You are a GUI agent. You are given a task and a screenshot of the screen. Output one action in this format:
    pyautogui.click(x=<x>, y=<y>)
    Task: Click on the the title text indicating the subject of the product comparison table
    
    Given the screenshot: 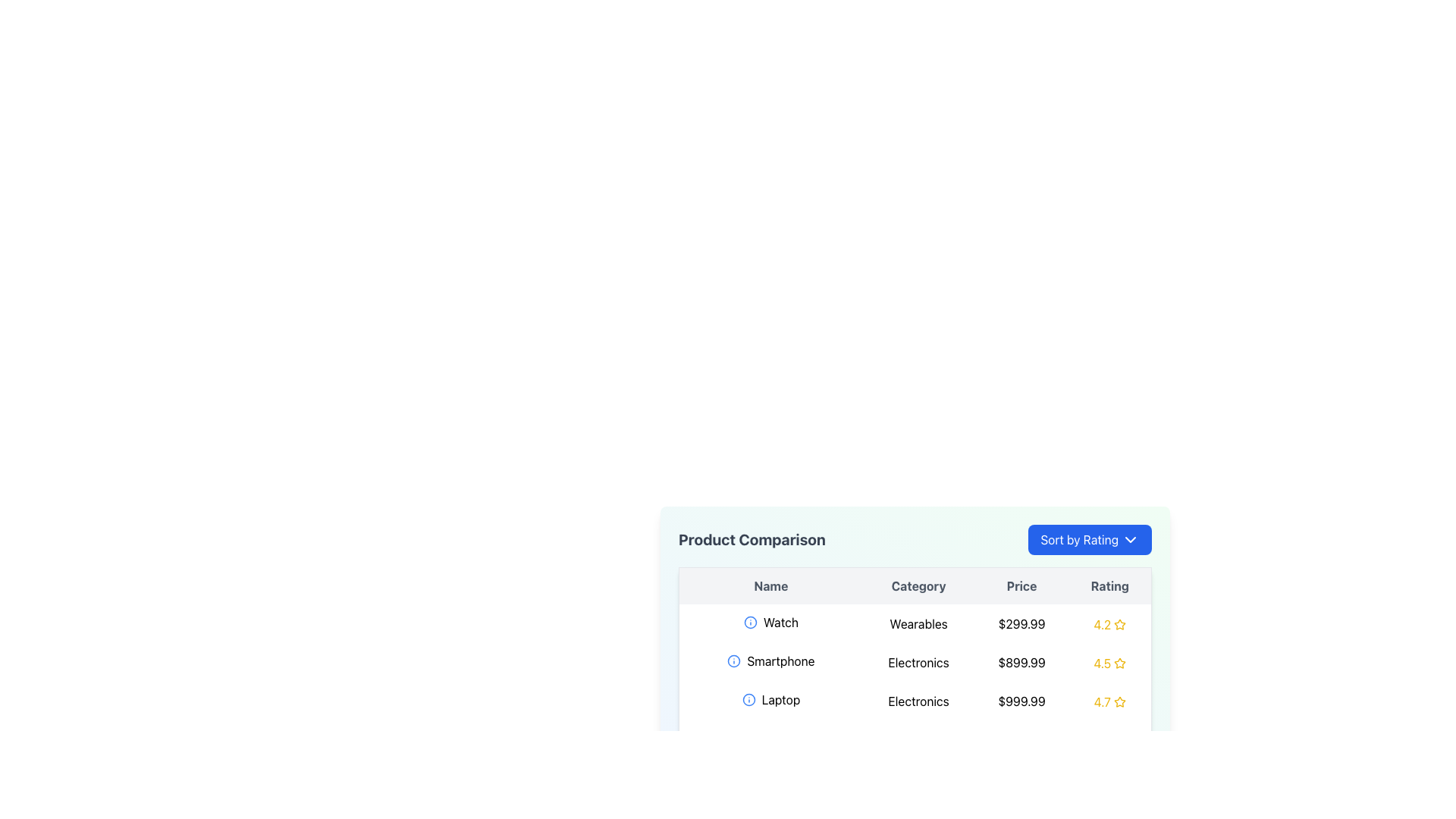 What is the action you would take?
    pyautogui.click(x=752, y=539)
    